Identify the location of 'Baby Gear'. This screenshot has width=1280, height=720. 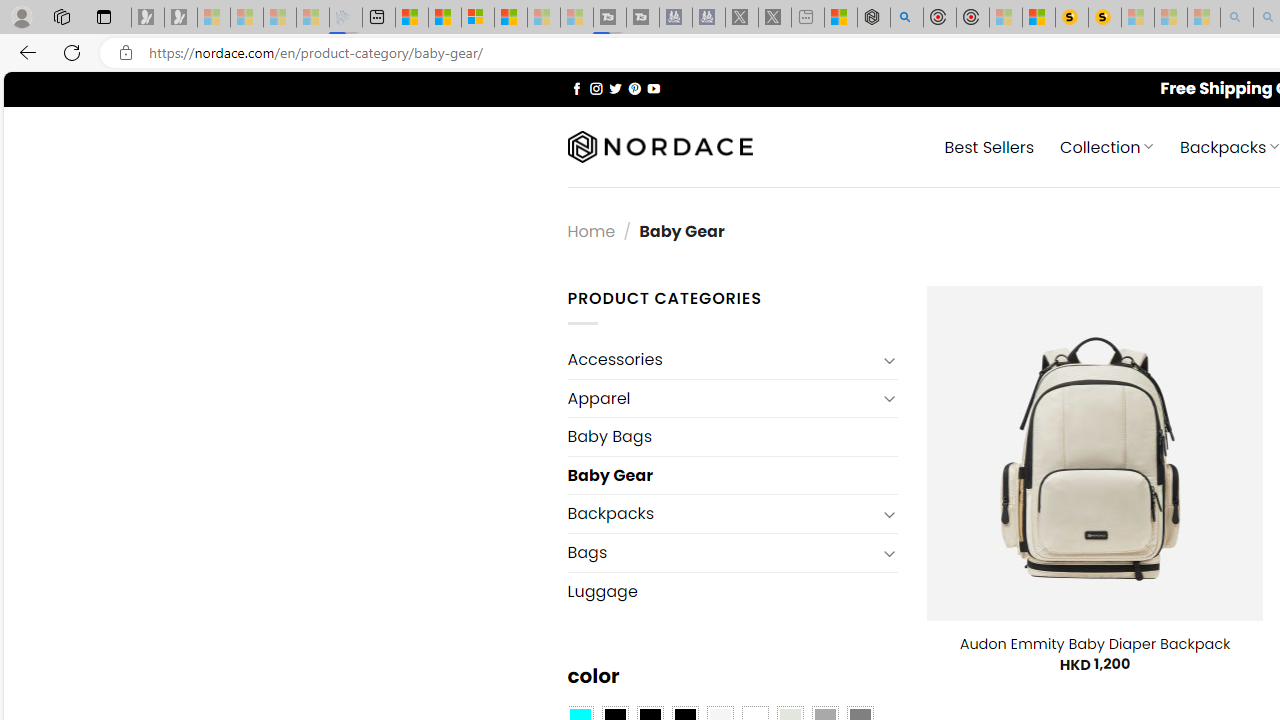
(731, 475).